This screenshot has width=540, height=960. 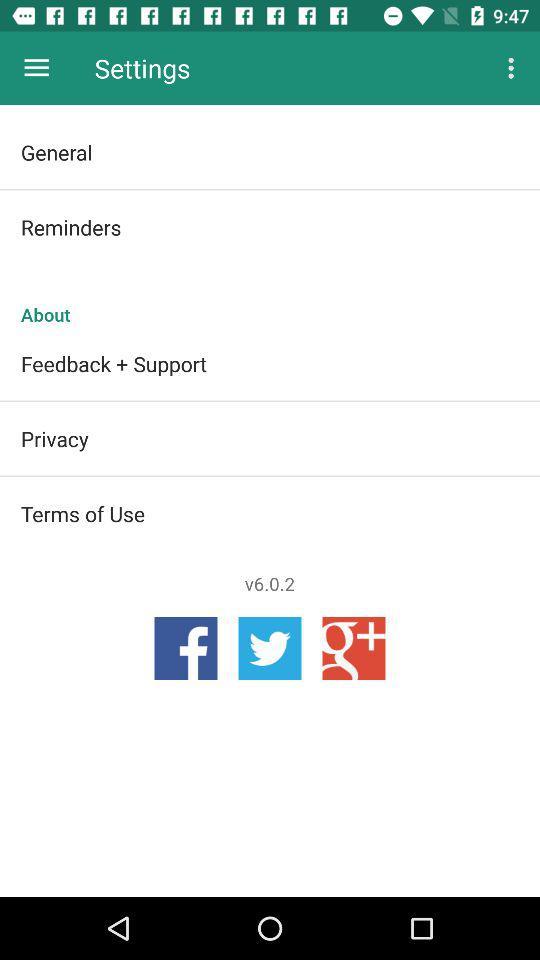 What do you see at coordinates (270, 647) in the screenshot?
I see `twitter button` at bounding box center [270, 647].